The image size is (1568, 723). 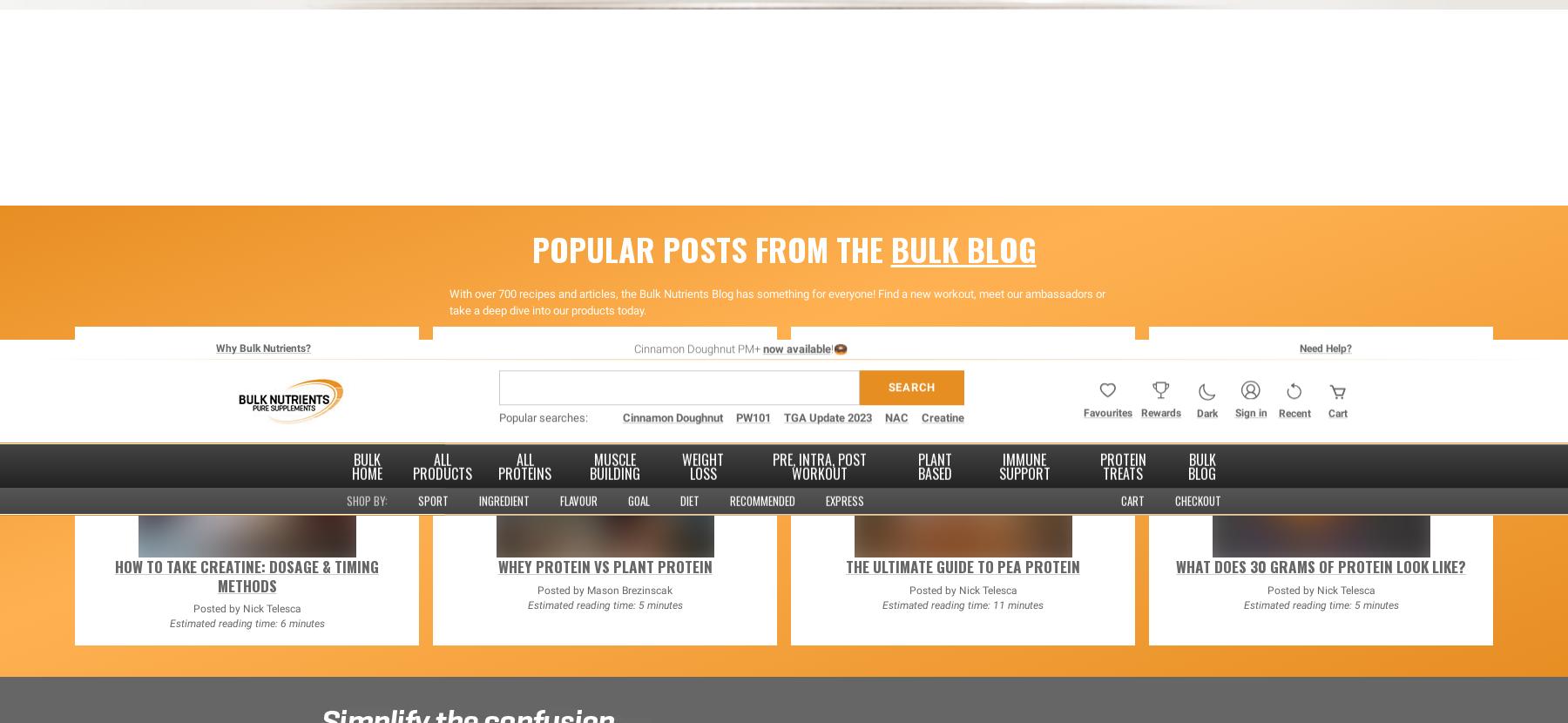 I want to click on 'Information', so click(x=1042, y=265).